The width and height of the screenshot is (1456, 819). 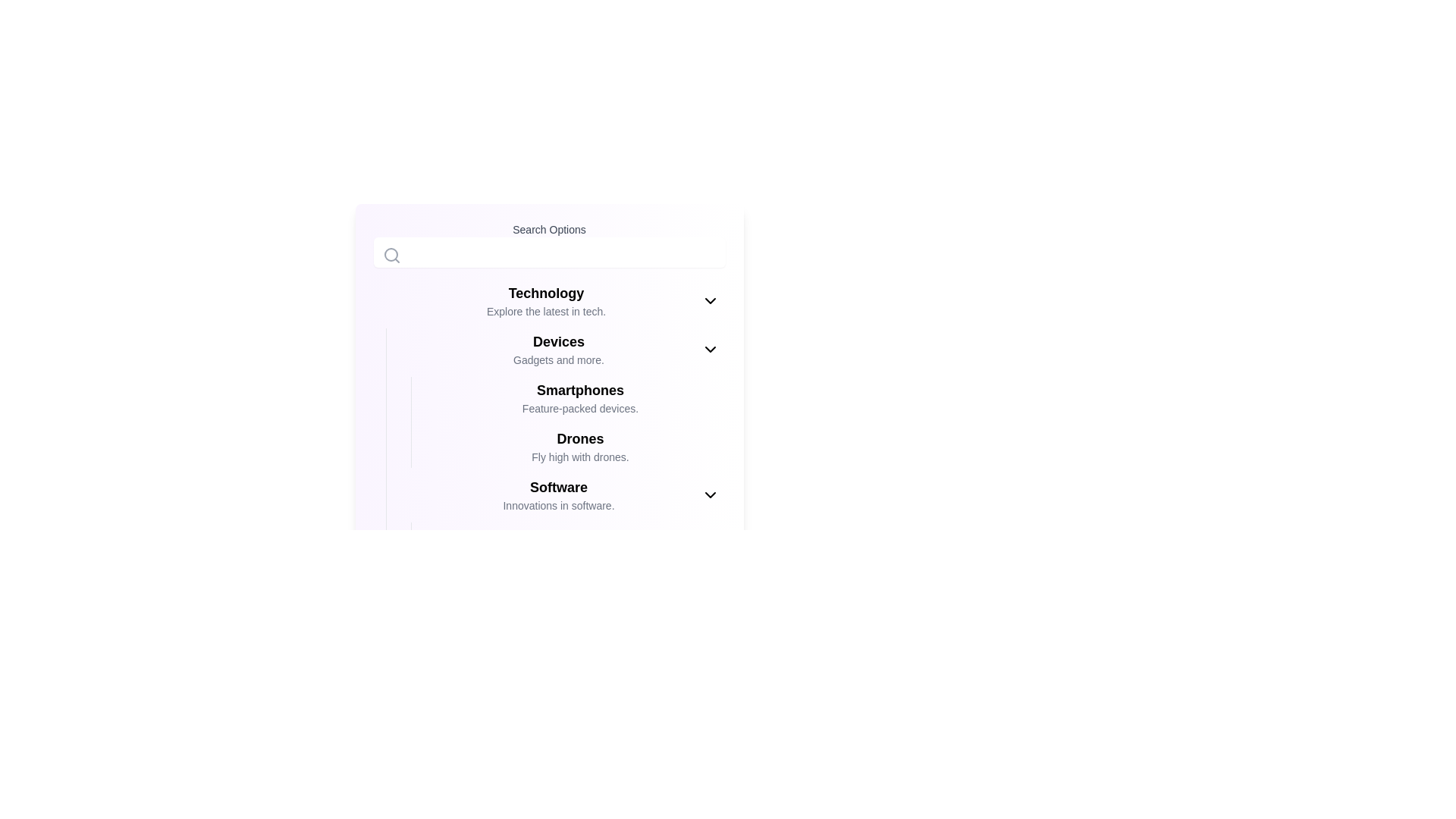 I want to click on the labeled navigation item for 'Smartphones' located below the 'Devices' section in the navigation panel, so click(x=579, y=397).